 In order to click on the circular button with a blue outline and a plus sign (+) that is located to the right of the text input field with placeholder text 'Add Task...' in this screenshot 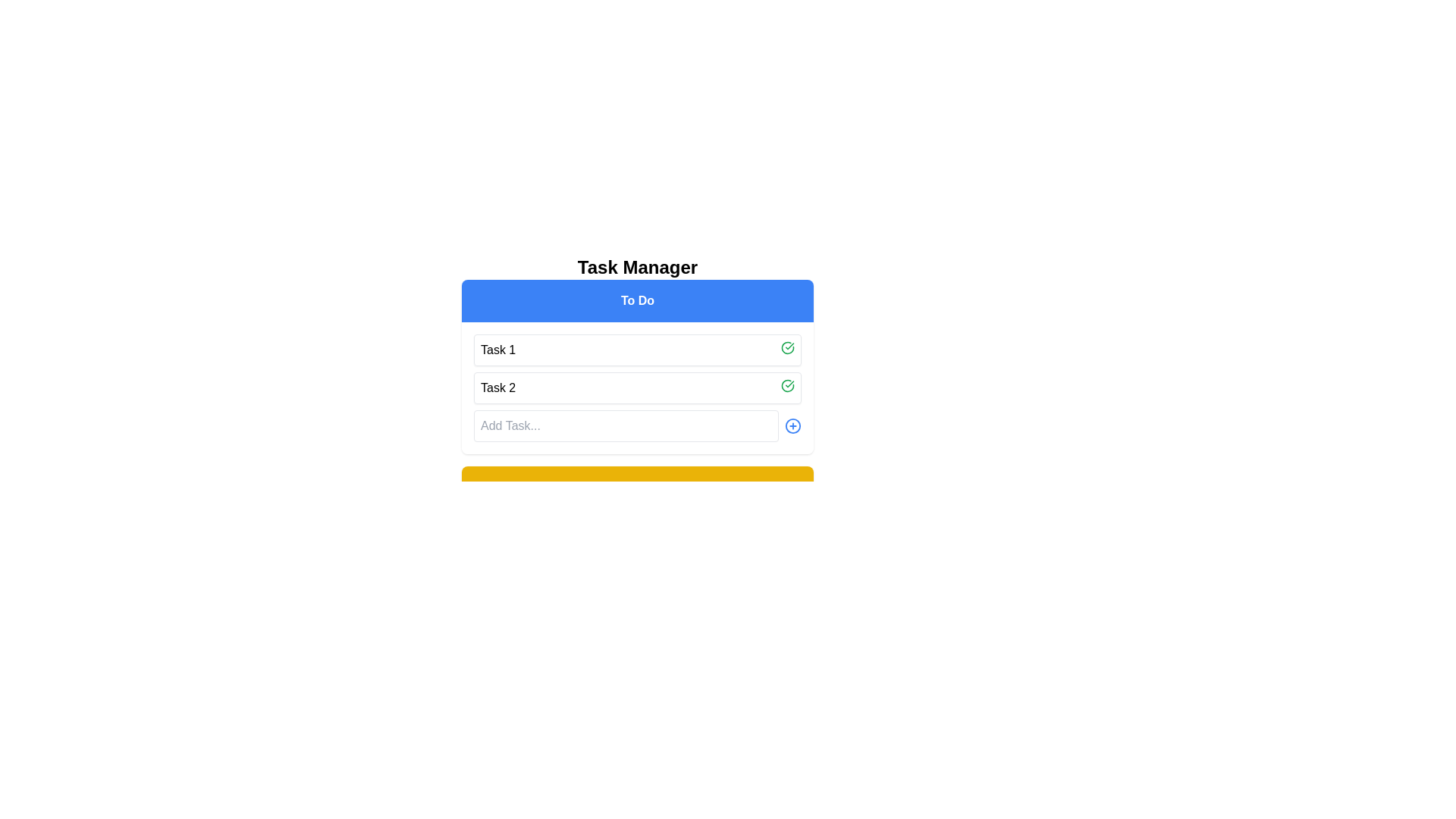, I will do `click(792, 426)`.